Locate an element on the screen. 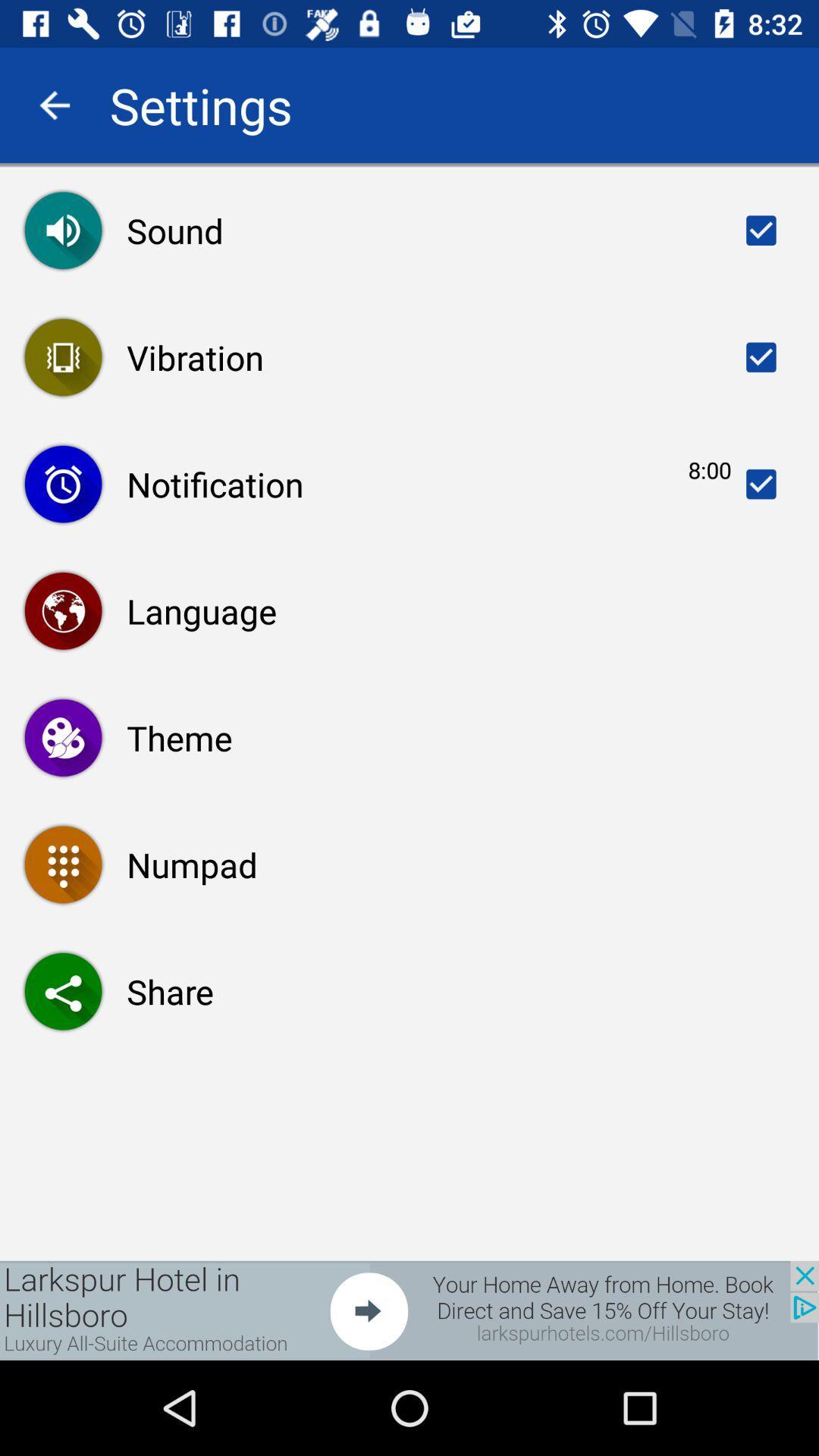 The height and width of the screenshot is (1456, 819). option is located at coordinates (761, 483).